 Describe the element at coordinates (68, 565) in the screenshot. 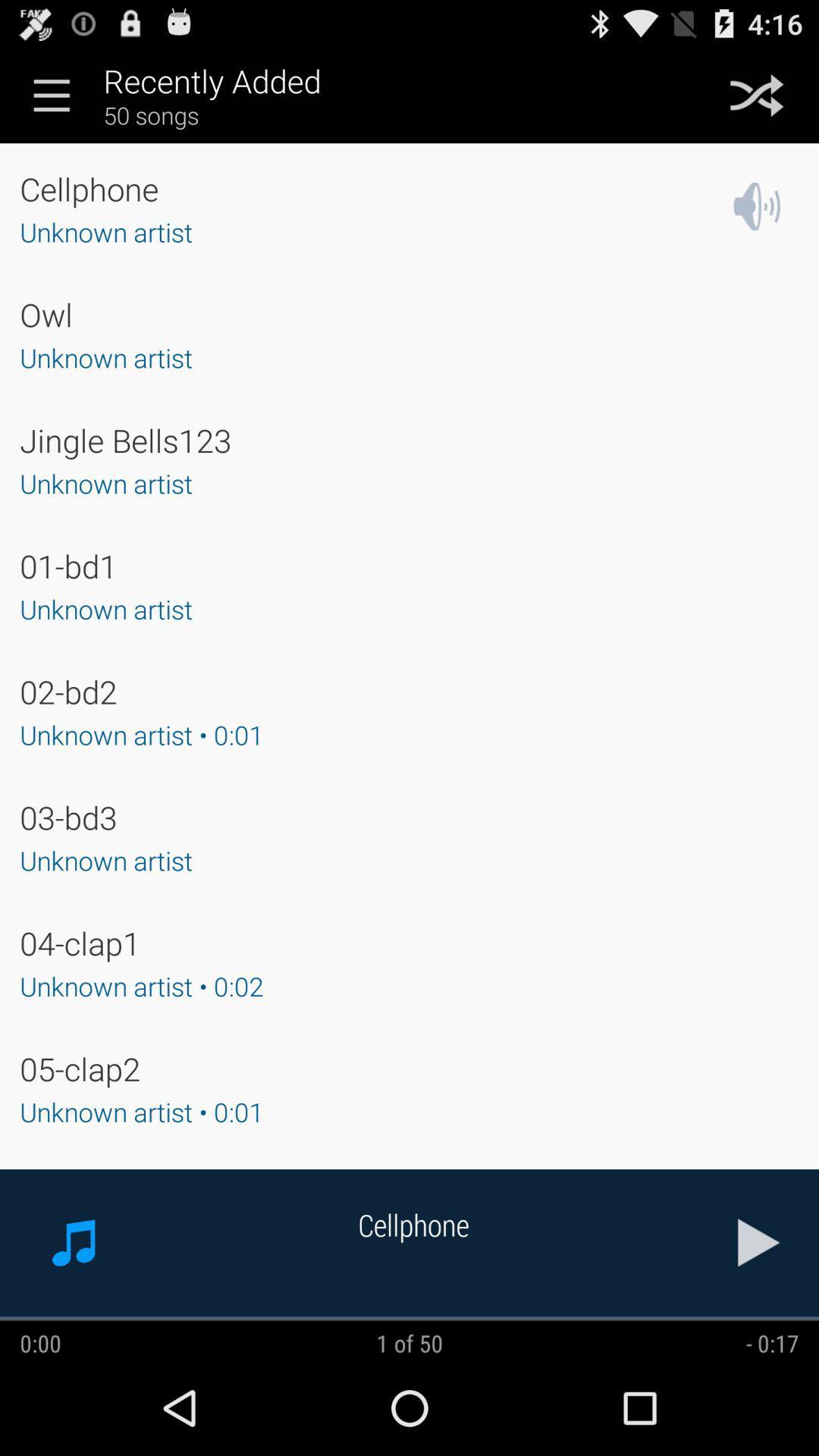

I see `app above the unknown artist app` at that location.